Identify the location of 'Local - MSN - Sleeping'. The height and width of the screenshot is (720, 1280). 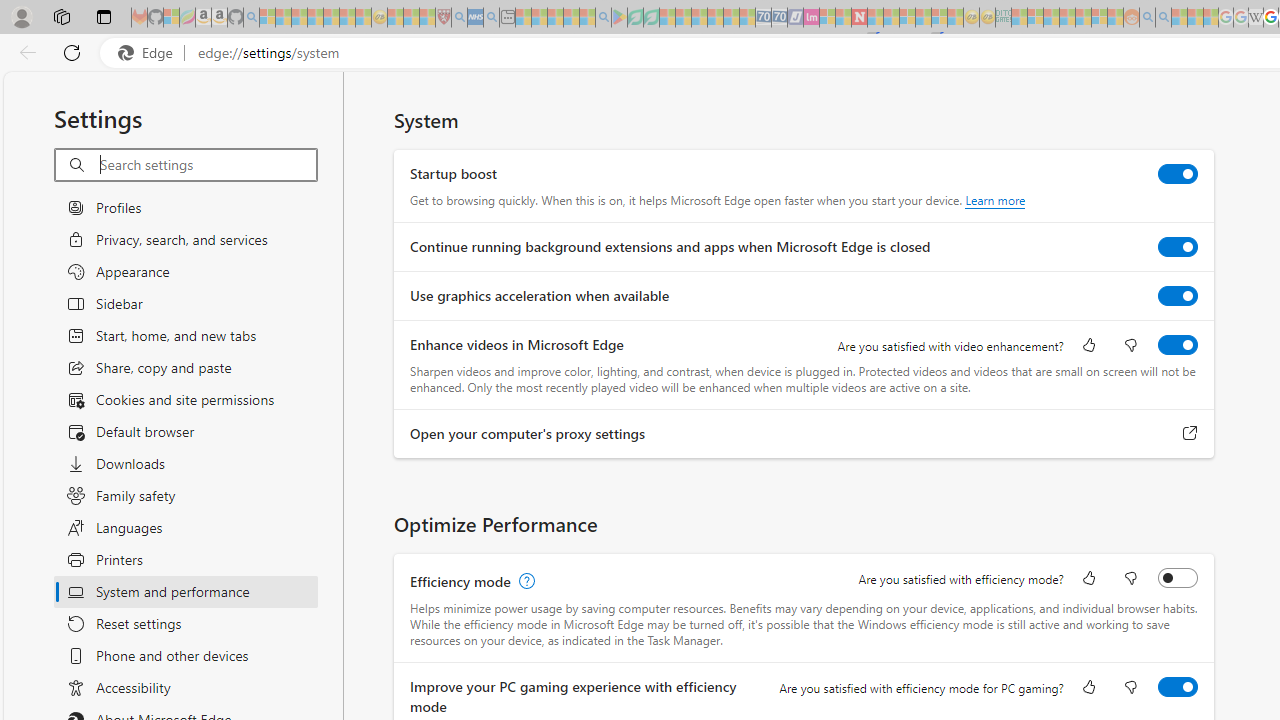
(426, 17).